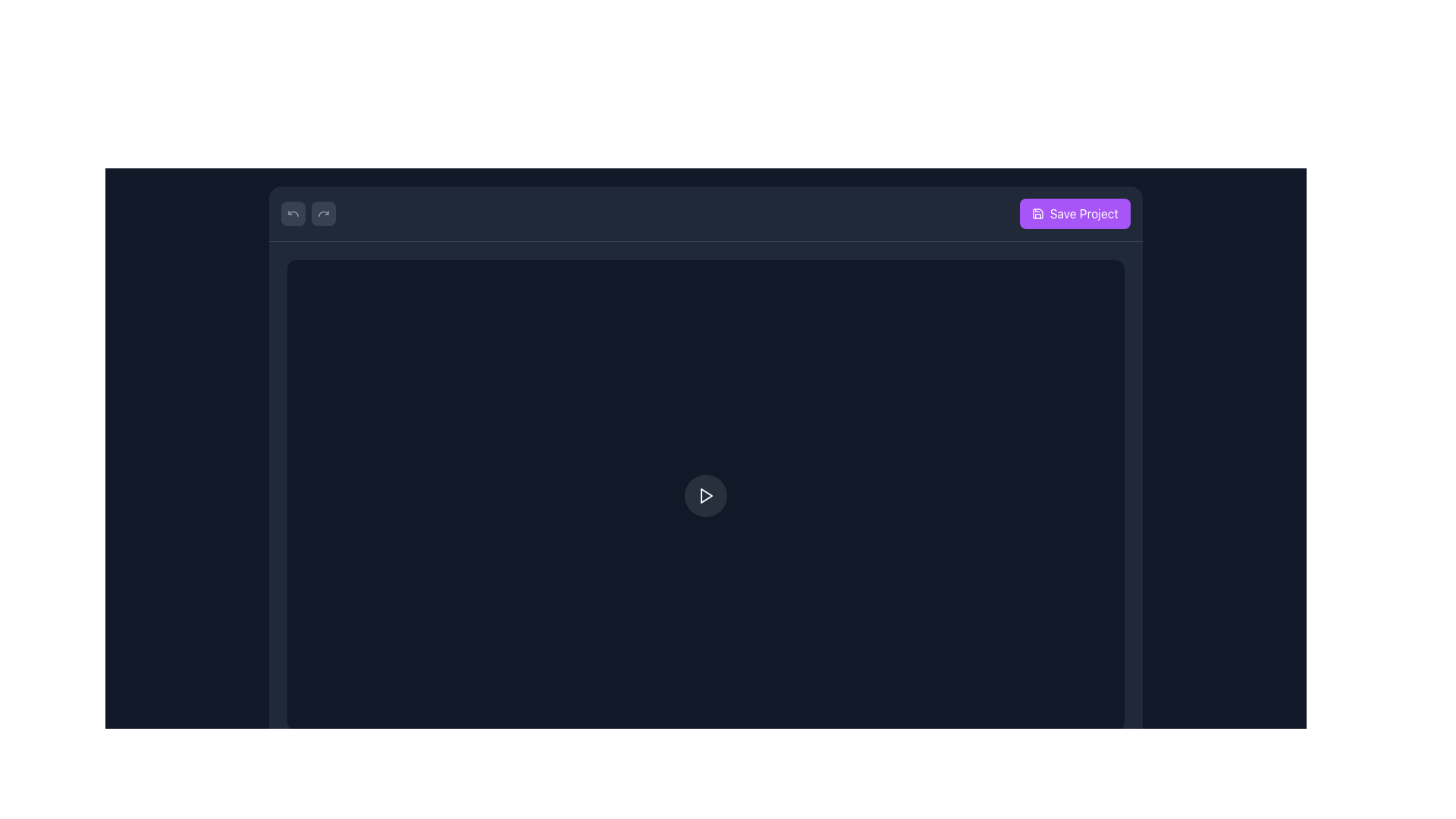  What do you see at coordinates (705, 495) in the screenshot?
I see `the circular button containing the play SVG icon` at bounding box center [705, 495].